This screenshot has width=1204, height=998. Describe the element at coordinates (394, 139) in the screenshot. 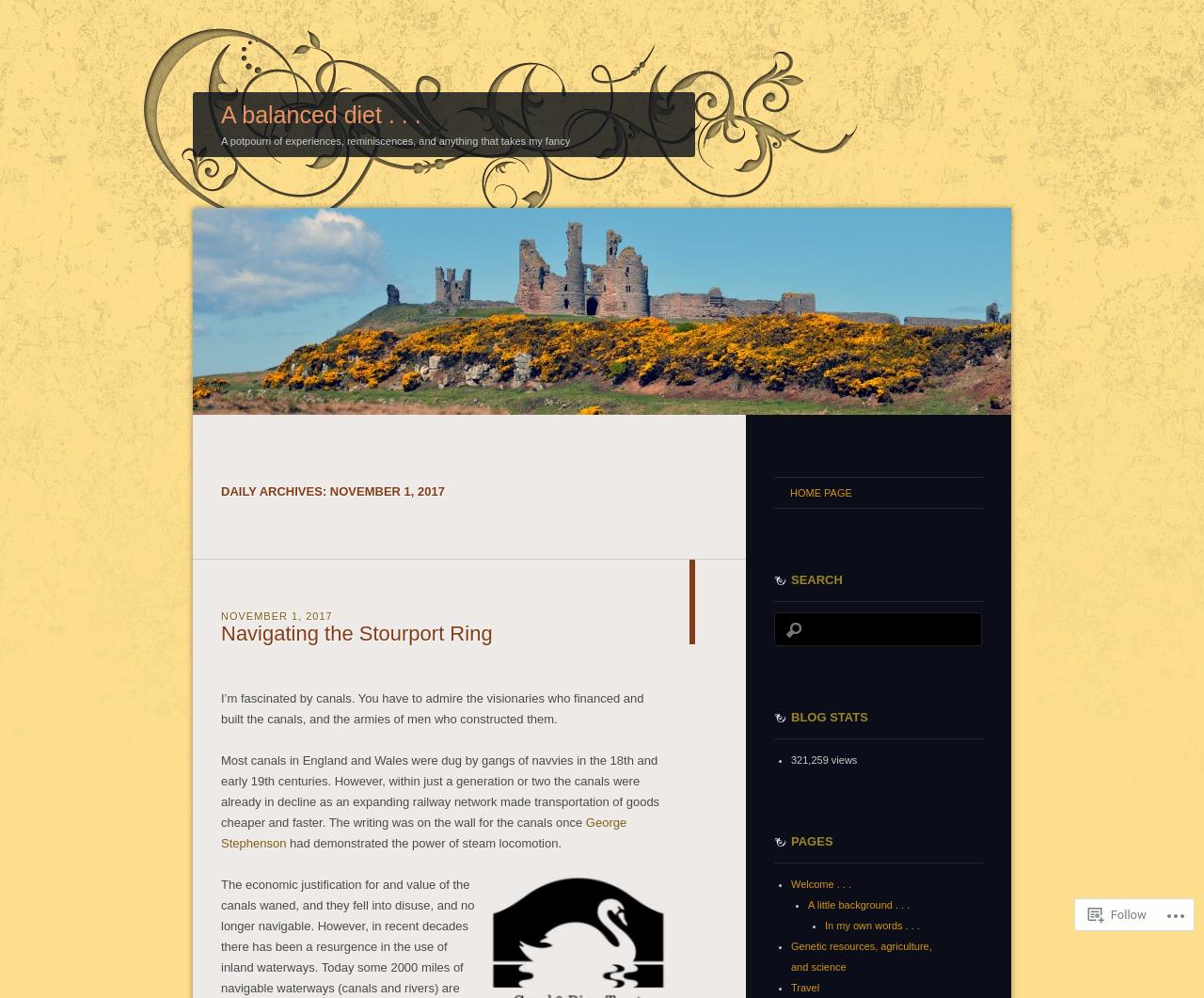

I see `'A potpourri of experiences, reminiscences, and anything that takes my fancy'` at that location.